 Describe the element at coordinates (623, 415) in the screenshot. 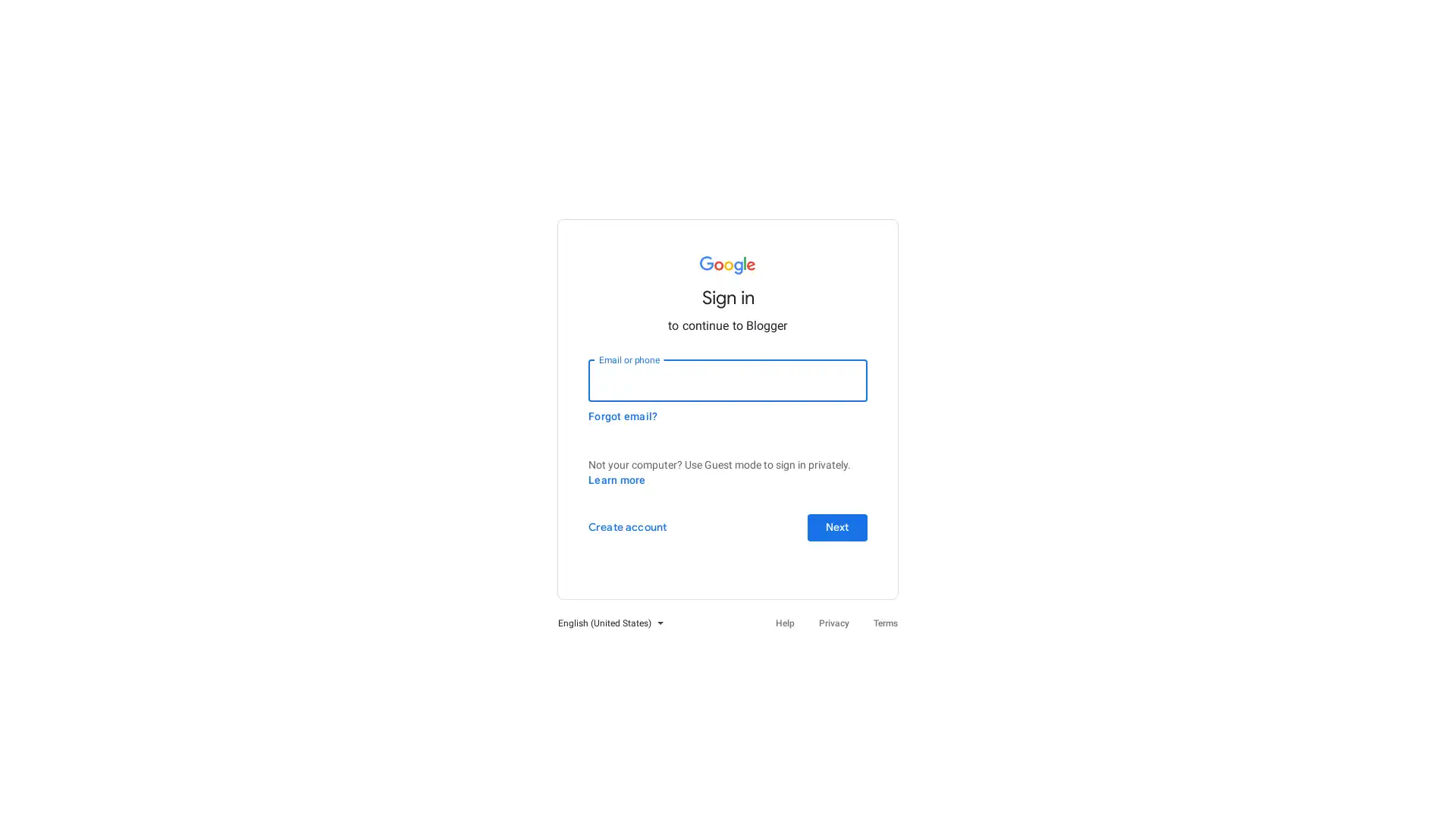

I see `Forgot email?` at that location.